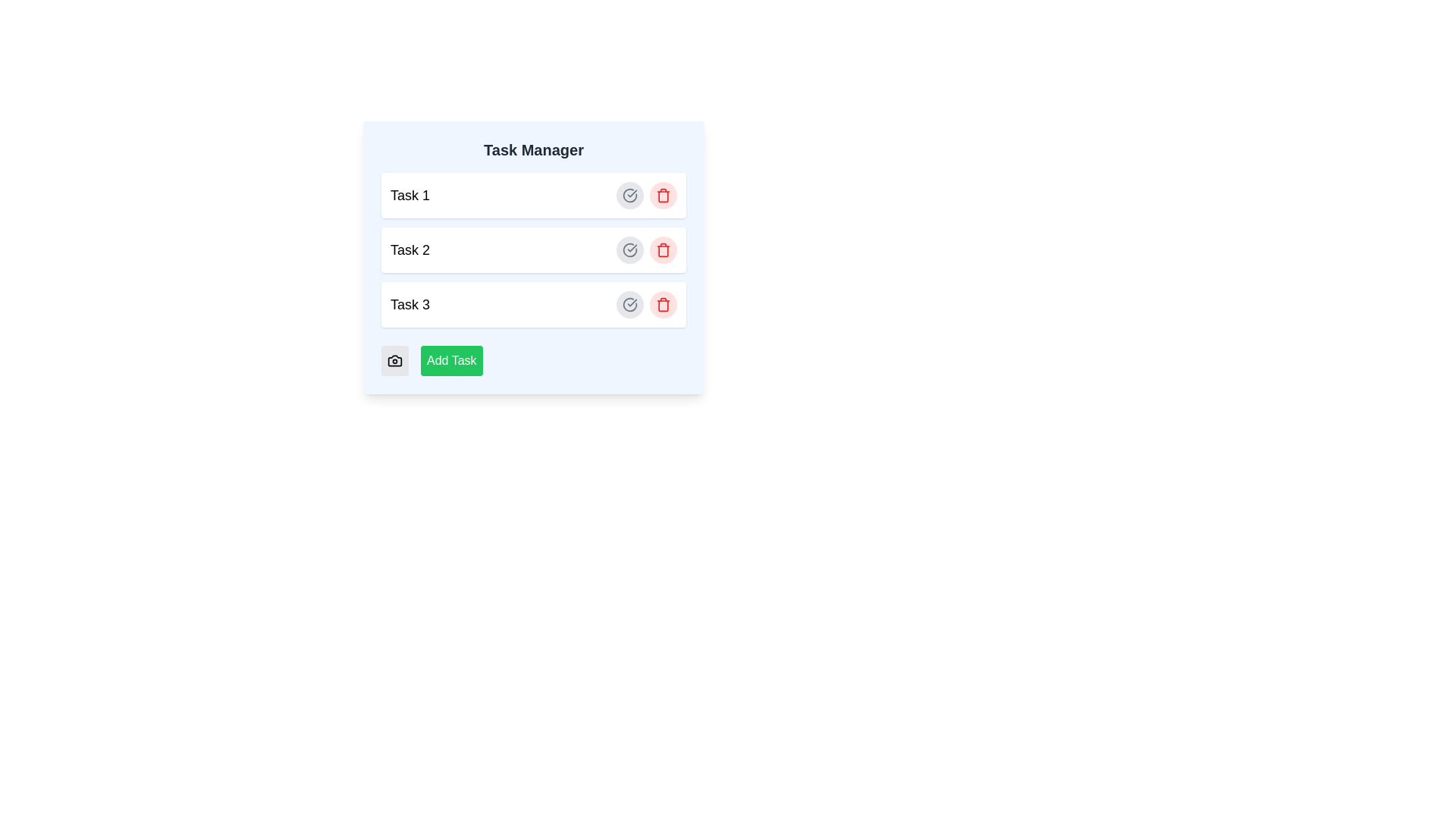  Describe the element at coordinates (395, 360) in the screenshot. I see `the camera icon, which is a minimalistic design with a thin black stroke located at the bottom left corner of the interface near the 'Add Task' button` at that location.